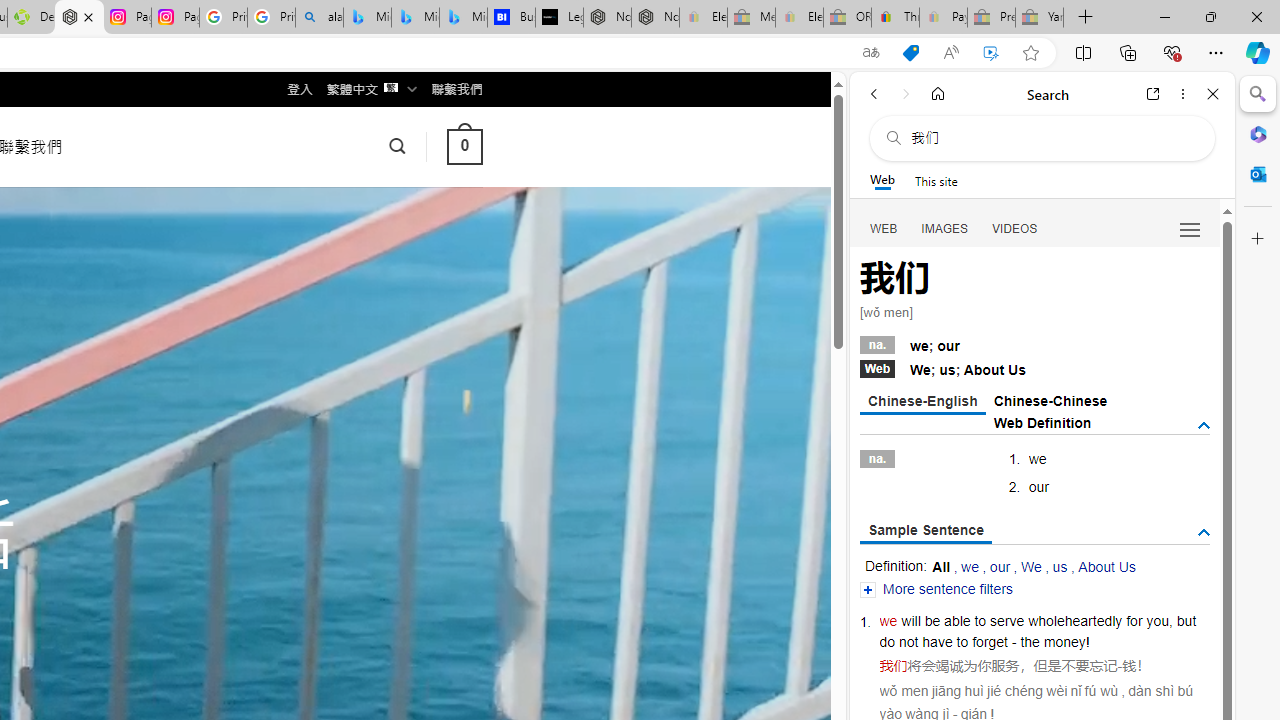 This screenshot has height=720, width=1280. I want to click on 'AutomationID: tgdef_sen', so click(1202, 532).